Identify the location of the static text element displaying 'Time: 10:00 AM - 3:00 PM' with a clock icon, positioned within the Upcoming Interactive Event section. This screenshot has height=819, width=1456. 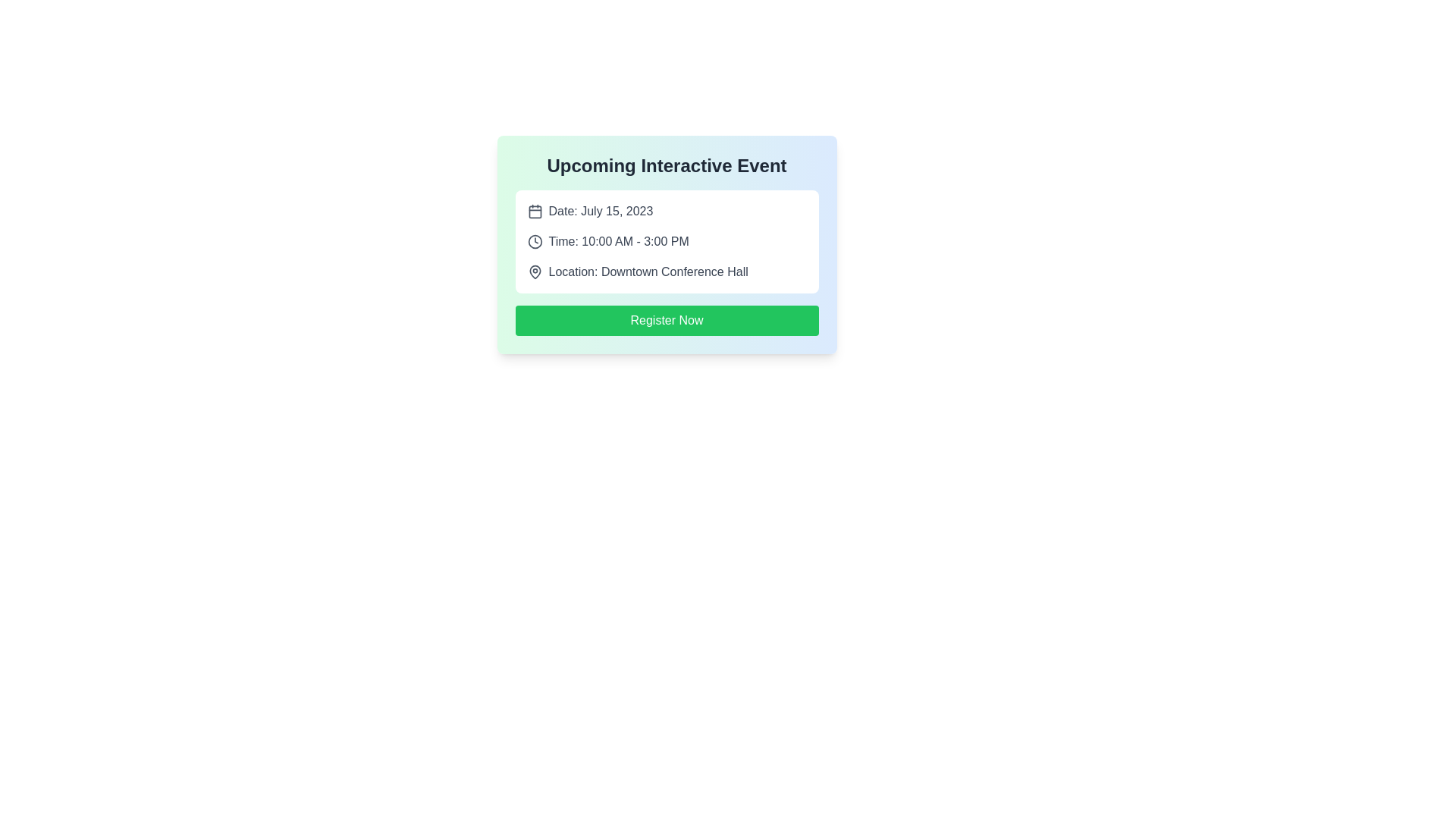
(667, 241).